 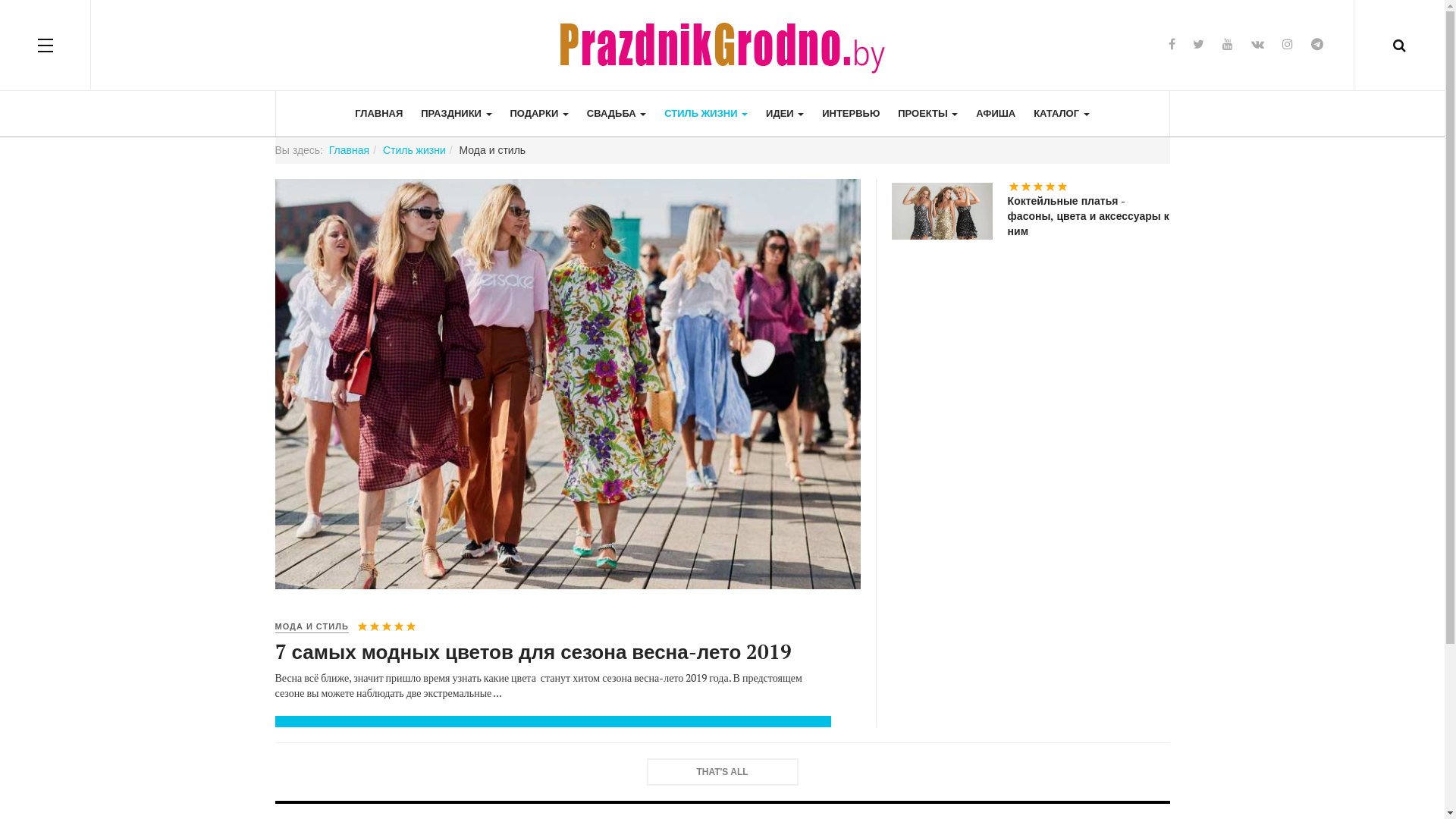 I want to click on 'instagram', so click(x=1287, y=43).